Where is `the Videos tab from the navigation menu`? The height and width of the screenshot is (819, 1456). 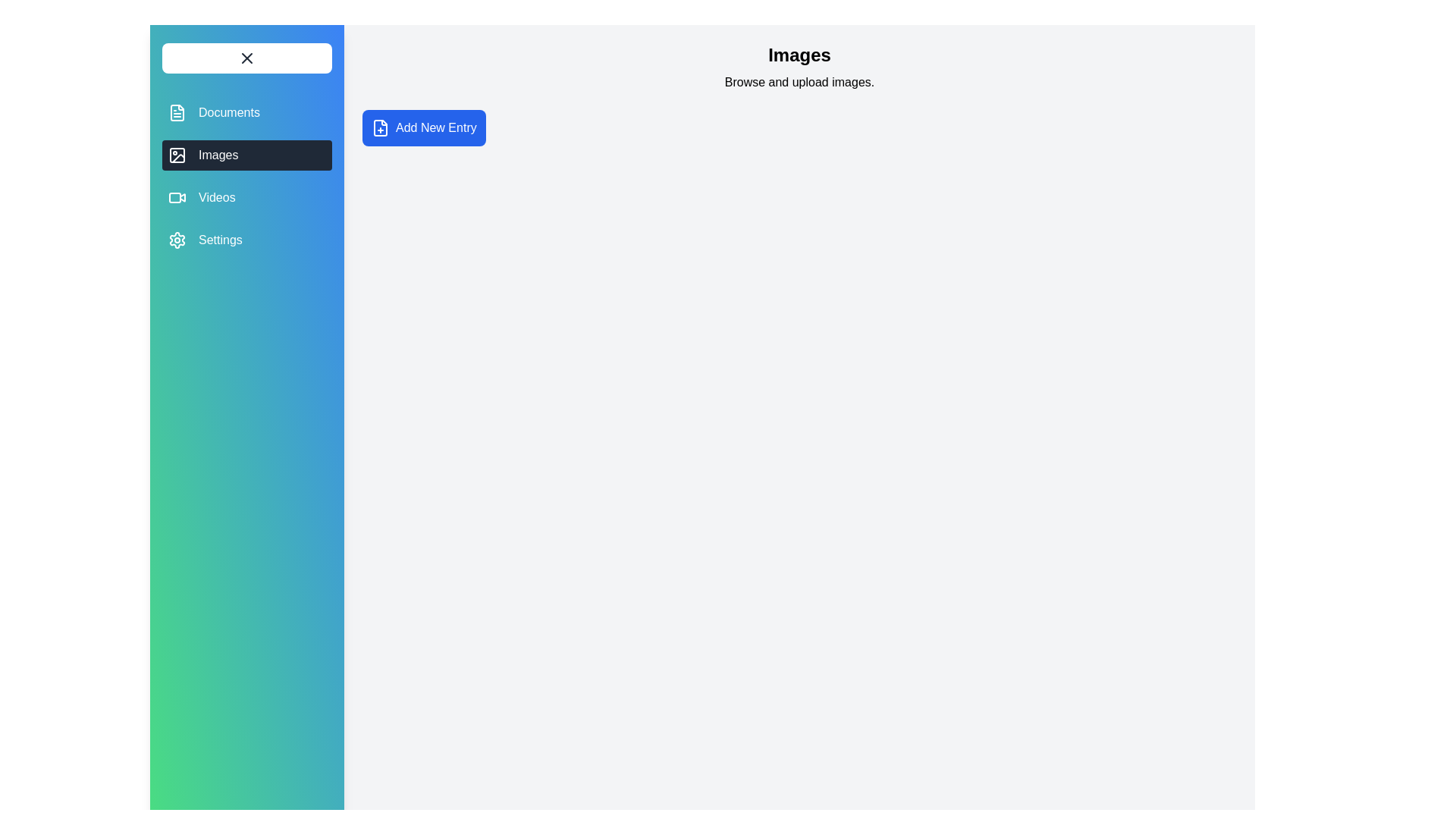 the Videos tab from the navigation menu is located at coordinates (247, 197).